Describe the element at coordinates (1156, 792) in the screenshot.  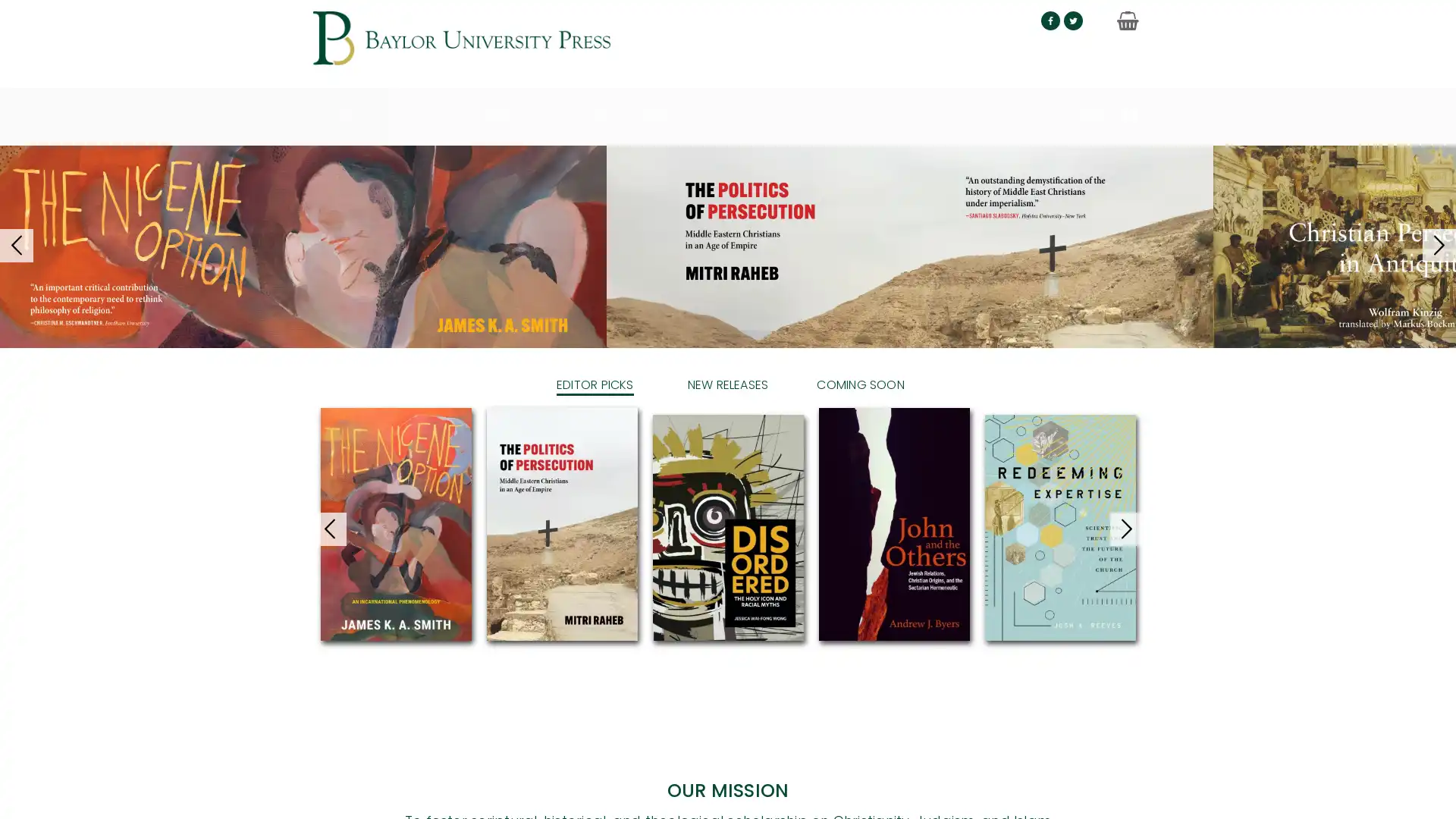
I see `Next` at that location.